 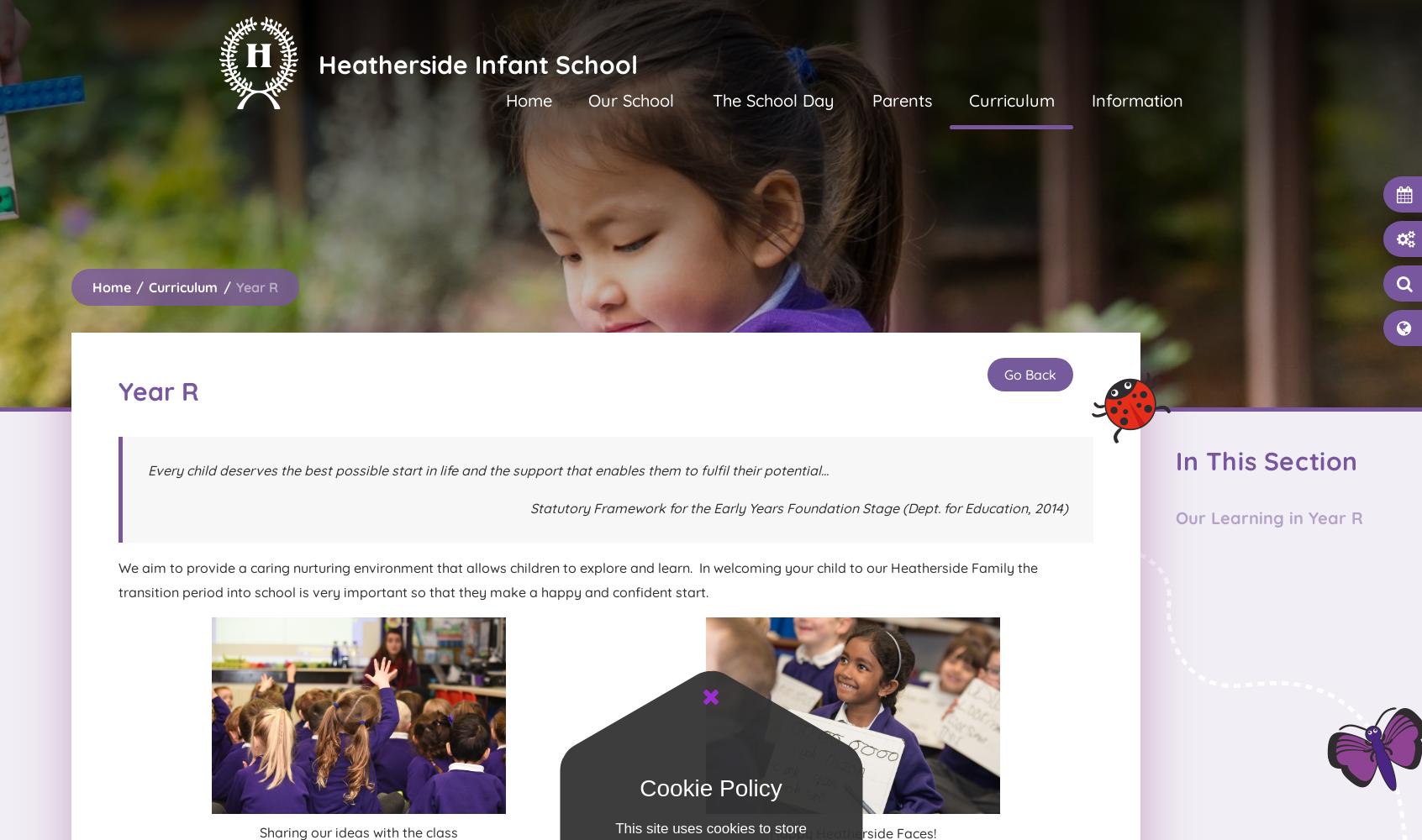 I want to click on 'Our Learning in Year R', so click(x=1269, y=517).